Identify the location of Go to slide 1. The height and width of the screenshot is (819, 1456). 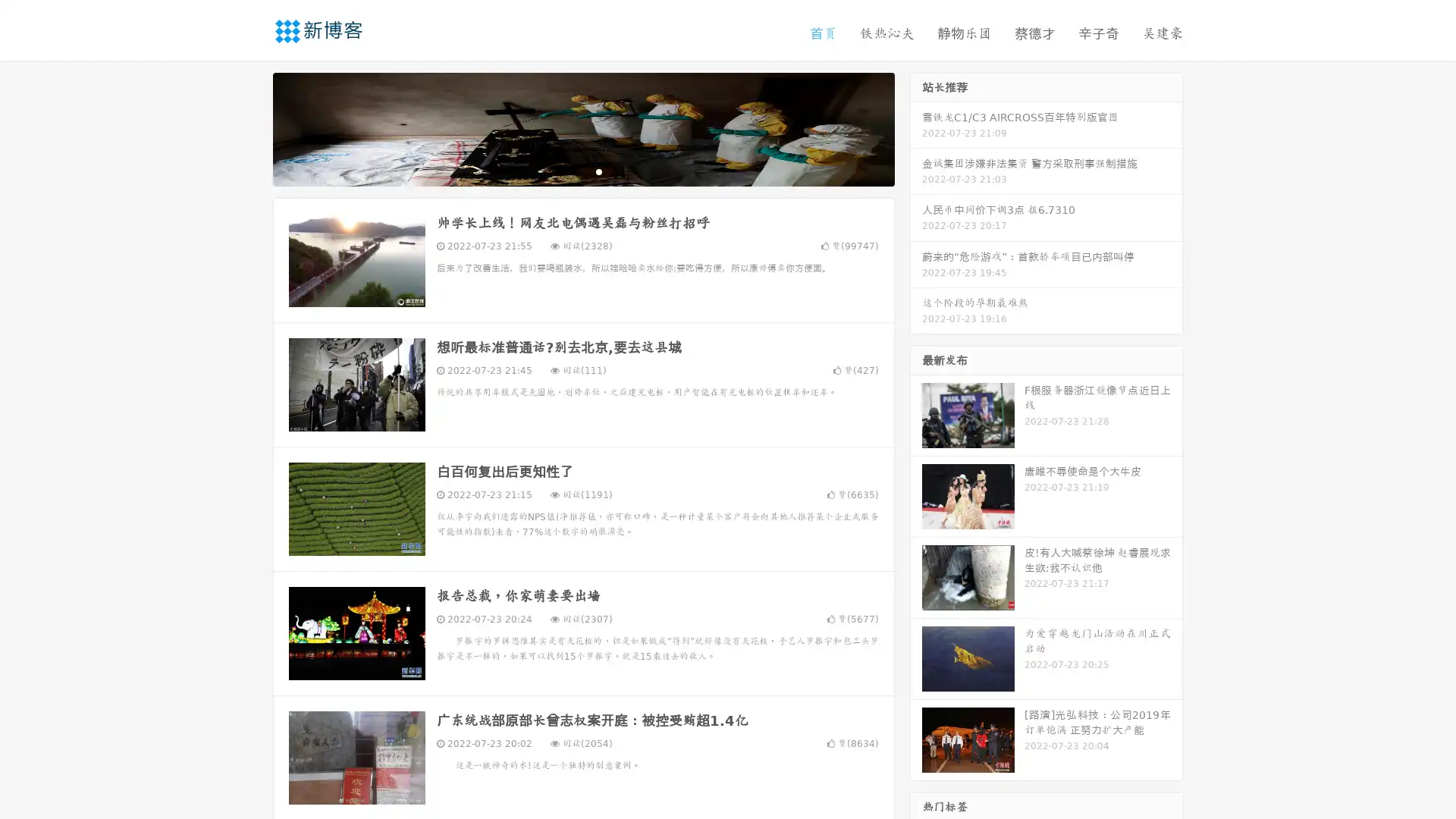
(567, 171).